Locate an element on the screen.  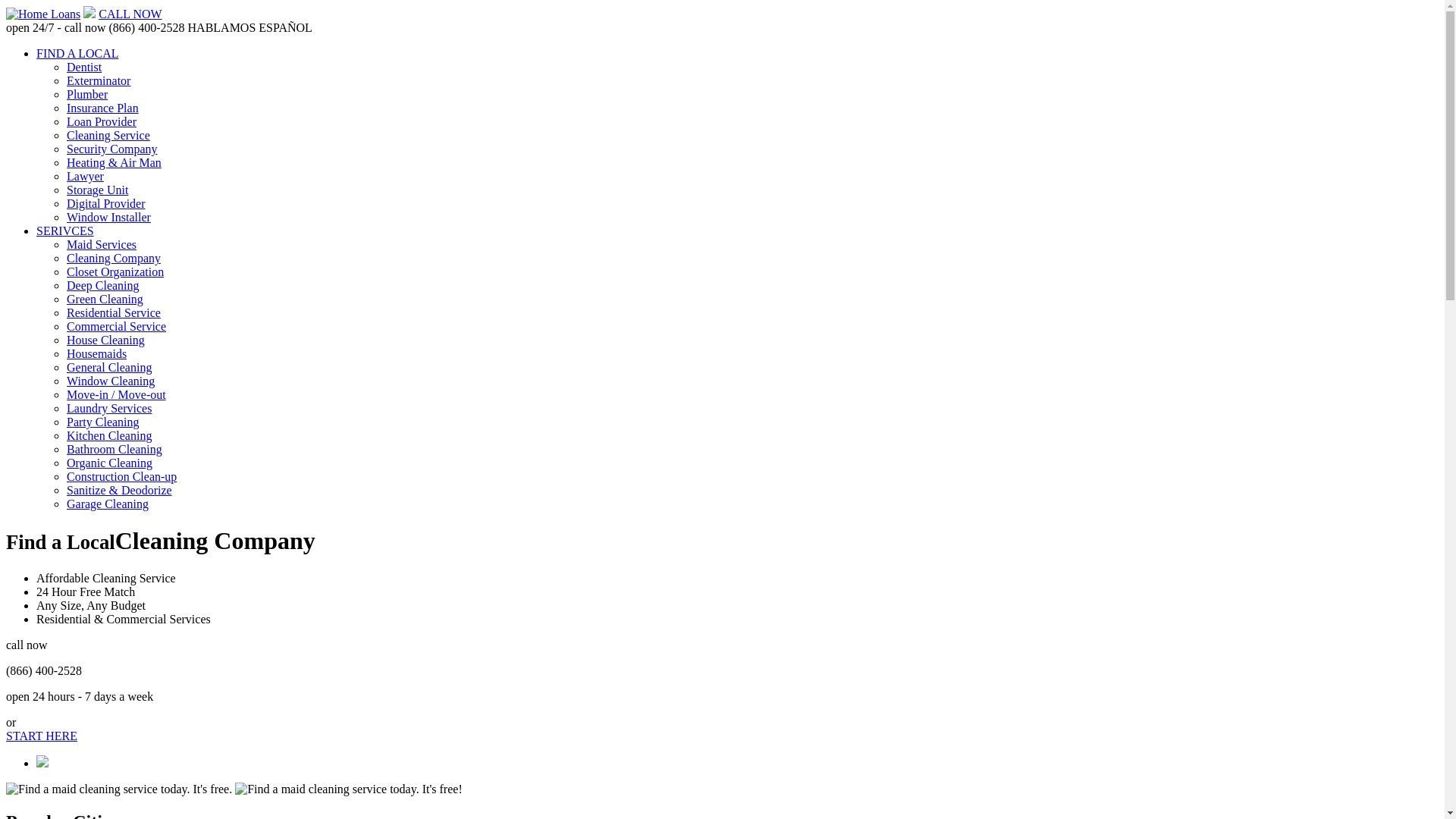
'Bathroom Cleaning' is located at coordinates (65, 448).